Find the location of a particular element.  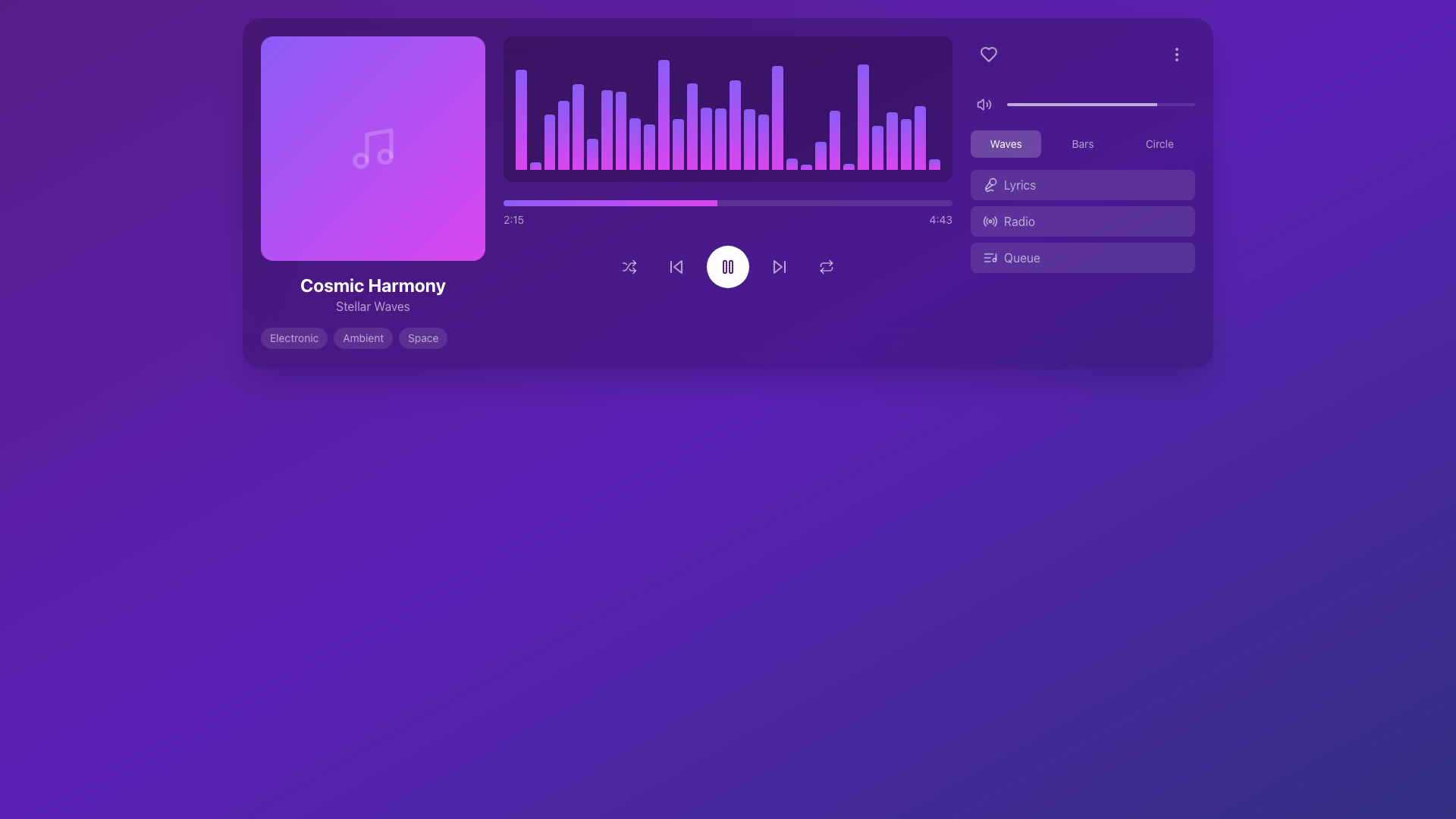

the third vertical bar in the bar chart, which has a gradient color from fuchsia to violet and rounded corners is located at coordinates (548, 142).